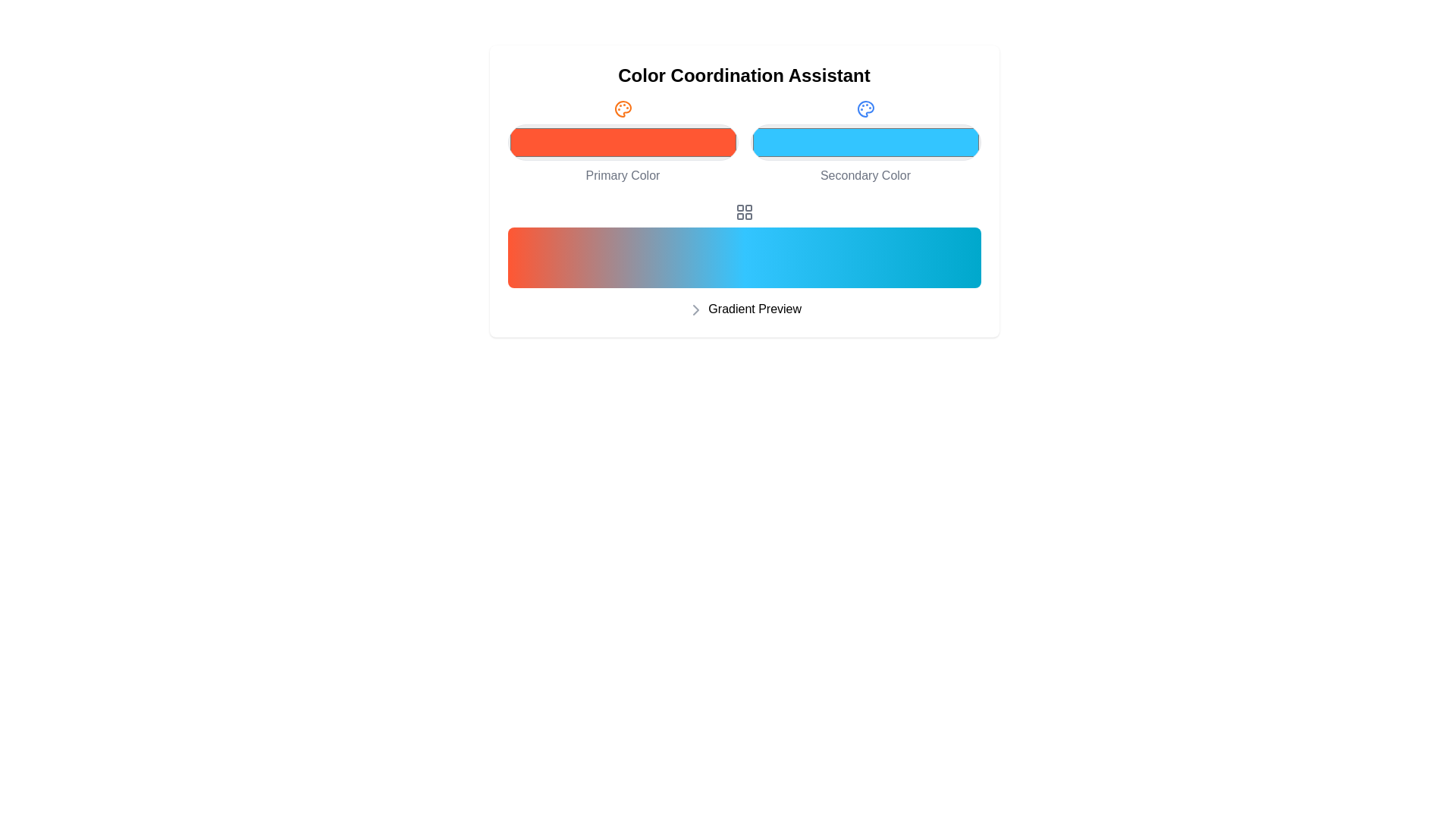  I want to click on the larger shape of the palette icon within the 'Primary Color' button, which is situated towards the top-left side of the interface, so click(623, 108).